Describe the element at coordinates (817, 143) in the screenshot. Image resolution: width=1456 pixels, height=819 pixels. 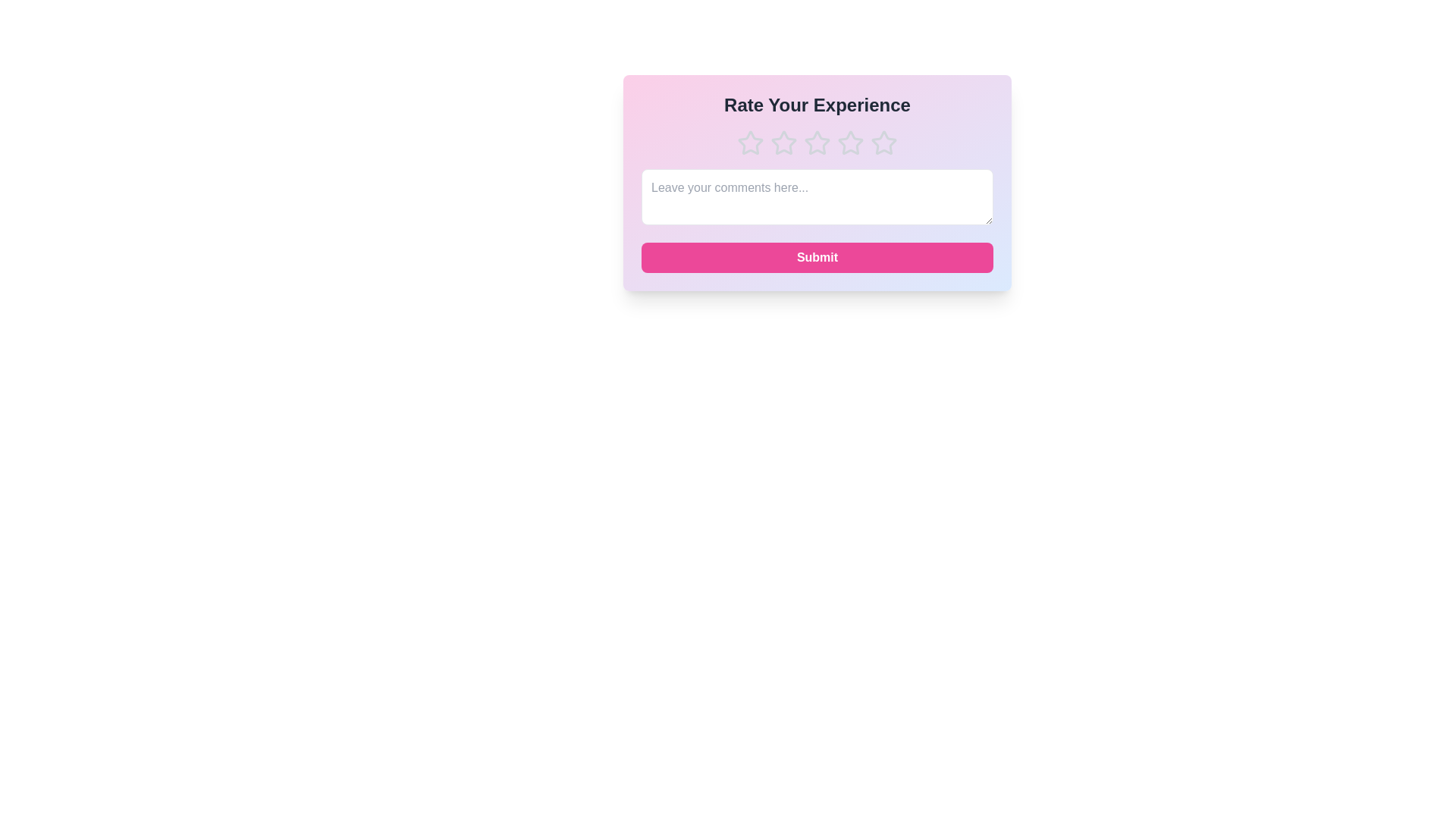
I see `the star corresponding to 3 to preview the rating` at that location.